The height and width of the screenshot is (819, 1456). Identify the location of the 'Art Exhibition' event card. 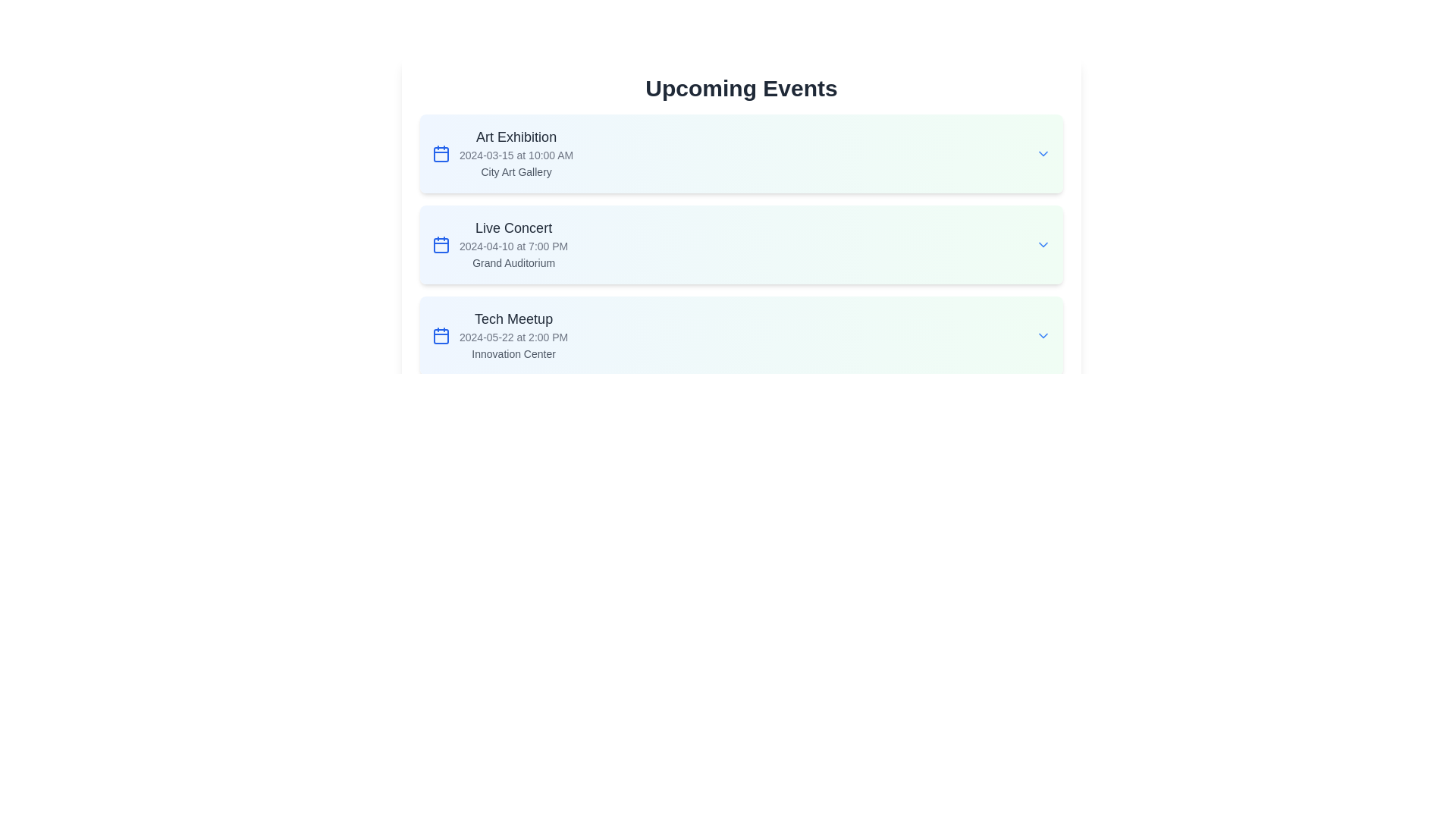
(742, 154).